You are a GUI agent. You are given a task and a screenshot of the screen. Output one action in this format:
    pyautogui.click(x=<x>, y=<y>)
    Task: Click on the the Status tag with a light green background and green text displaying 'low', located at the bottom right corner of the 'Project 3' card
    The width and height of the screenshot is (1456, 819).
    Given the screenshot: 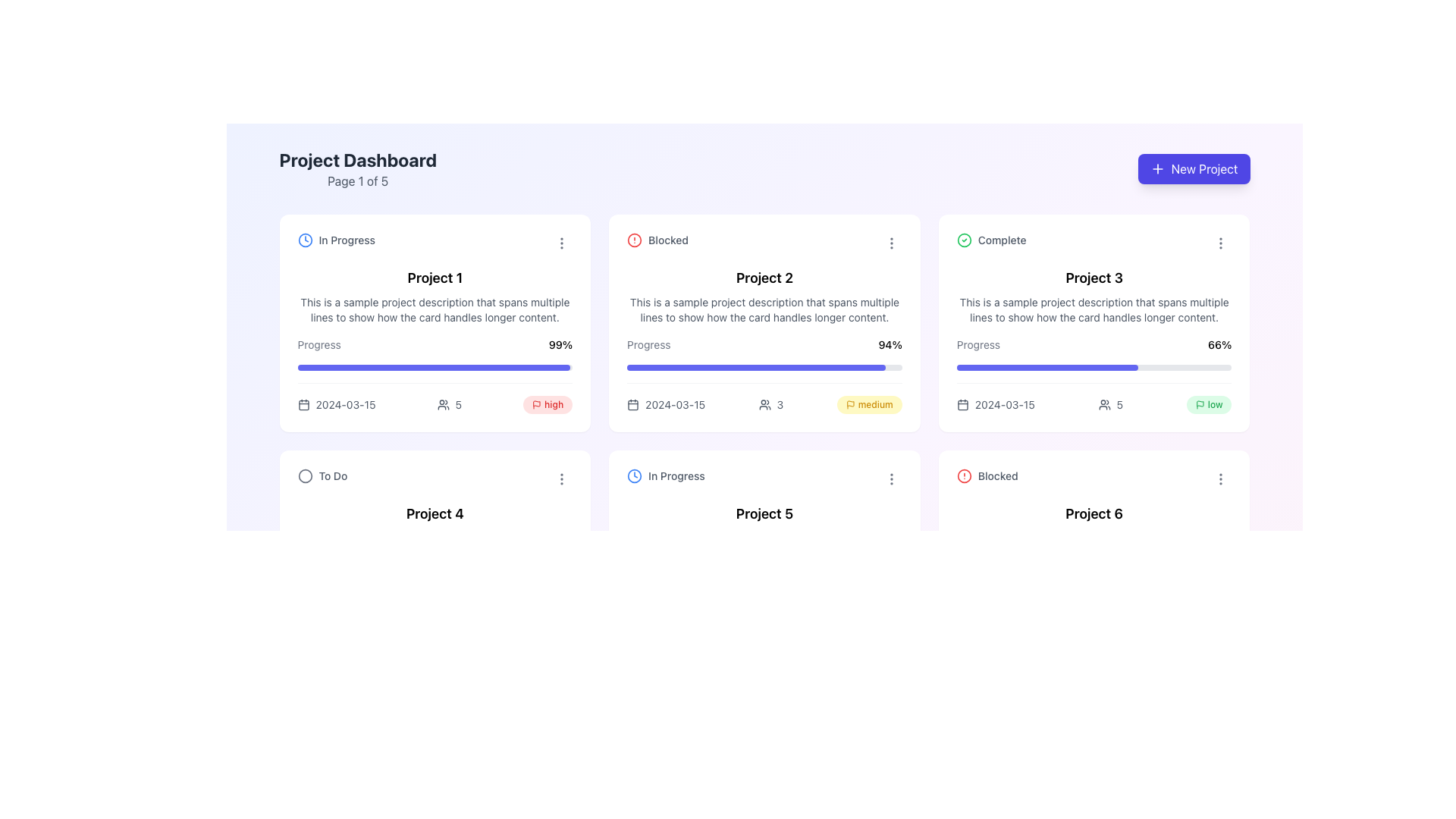 What is the action you would take?
    pyautogui.click(x=1208, y=403)
    